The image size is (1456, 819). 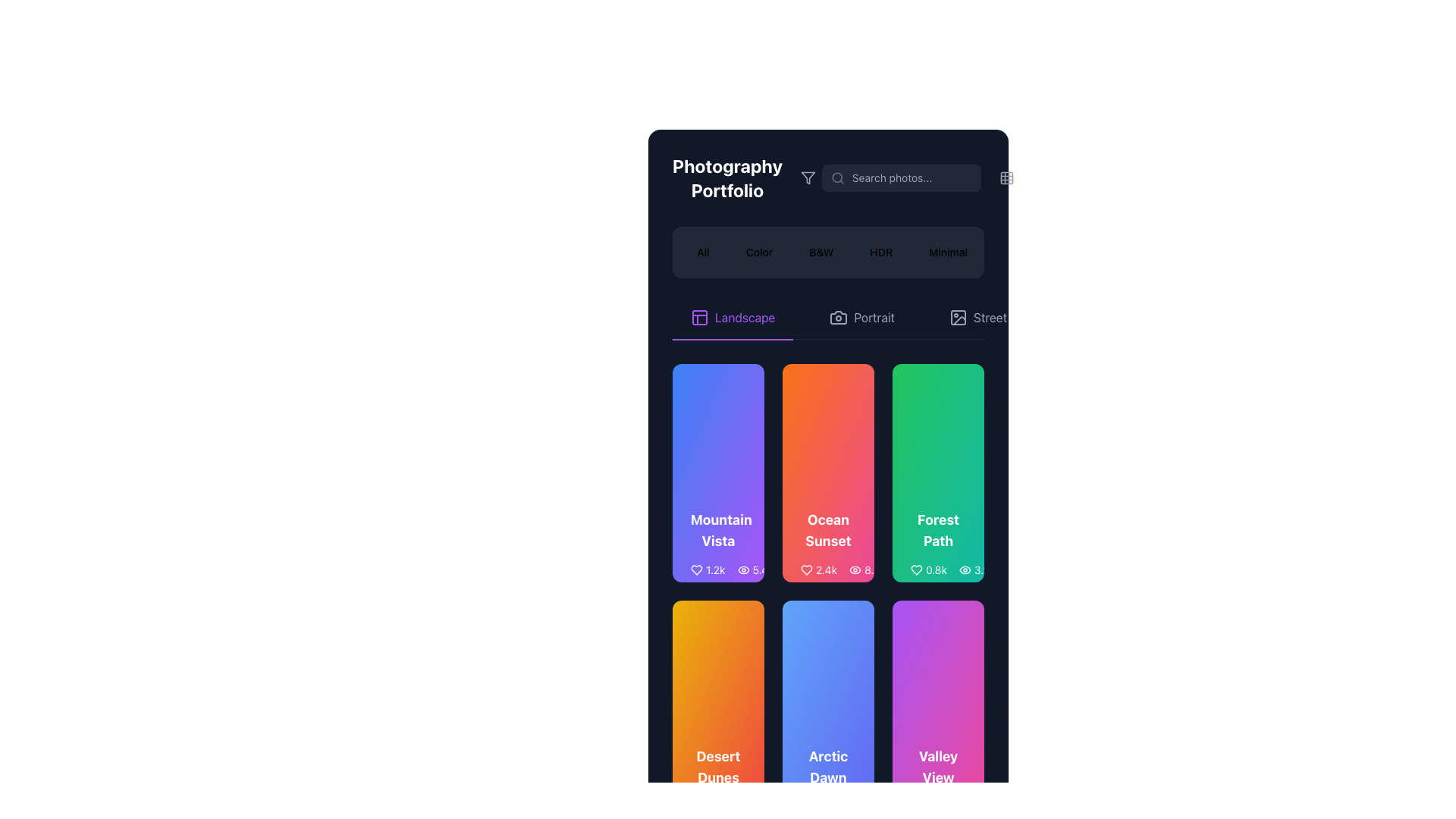 What do you see at coordinates (935, 570) in the screenshot?
I see `the text label displaying '0.8k' styled in small white font, located to the right of a heart icon` at bounding box center [935, 570].